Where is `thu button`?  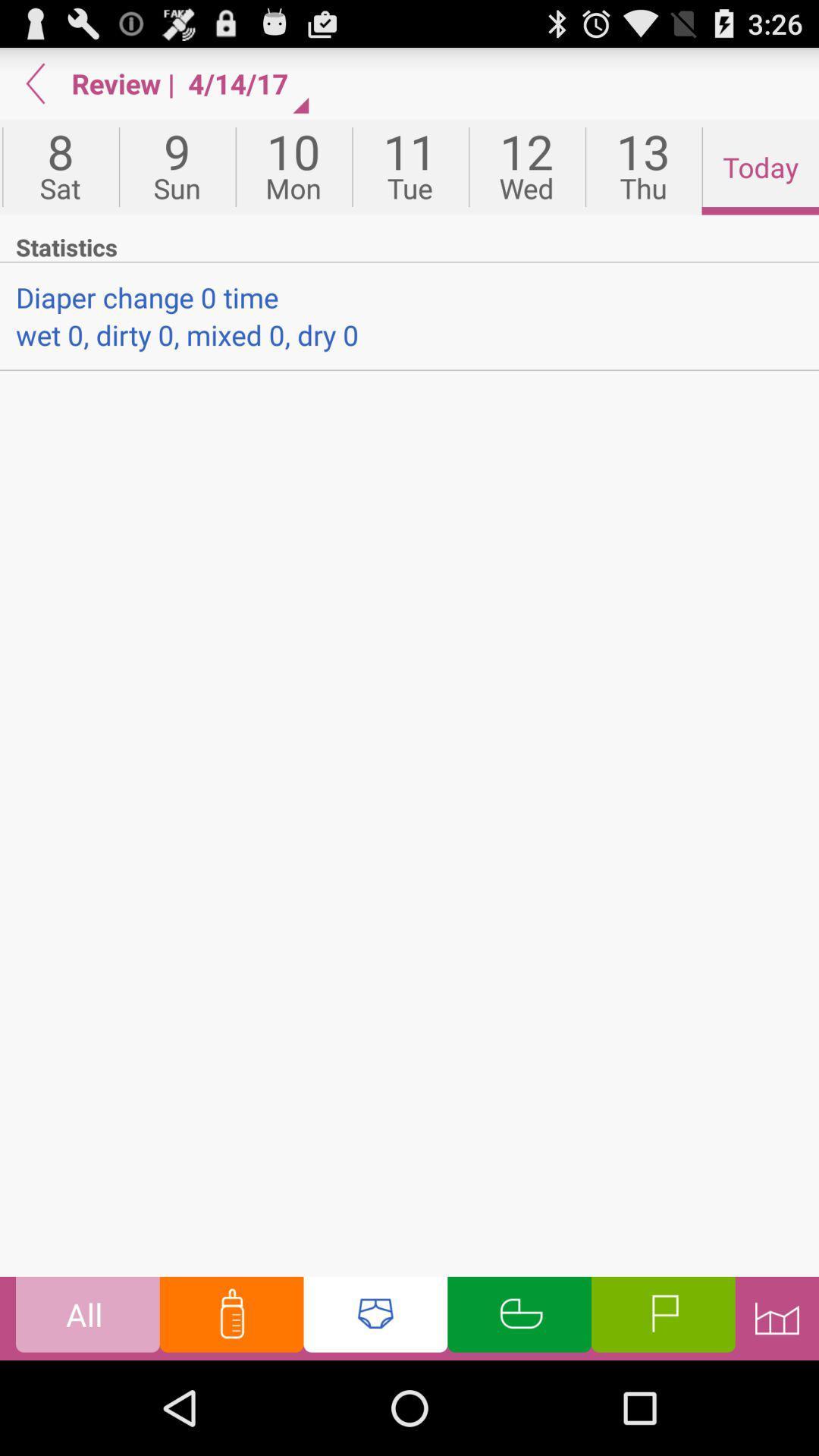 thu button is located at coordinates (643, 167).